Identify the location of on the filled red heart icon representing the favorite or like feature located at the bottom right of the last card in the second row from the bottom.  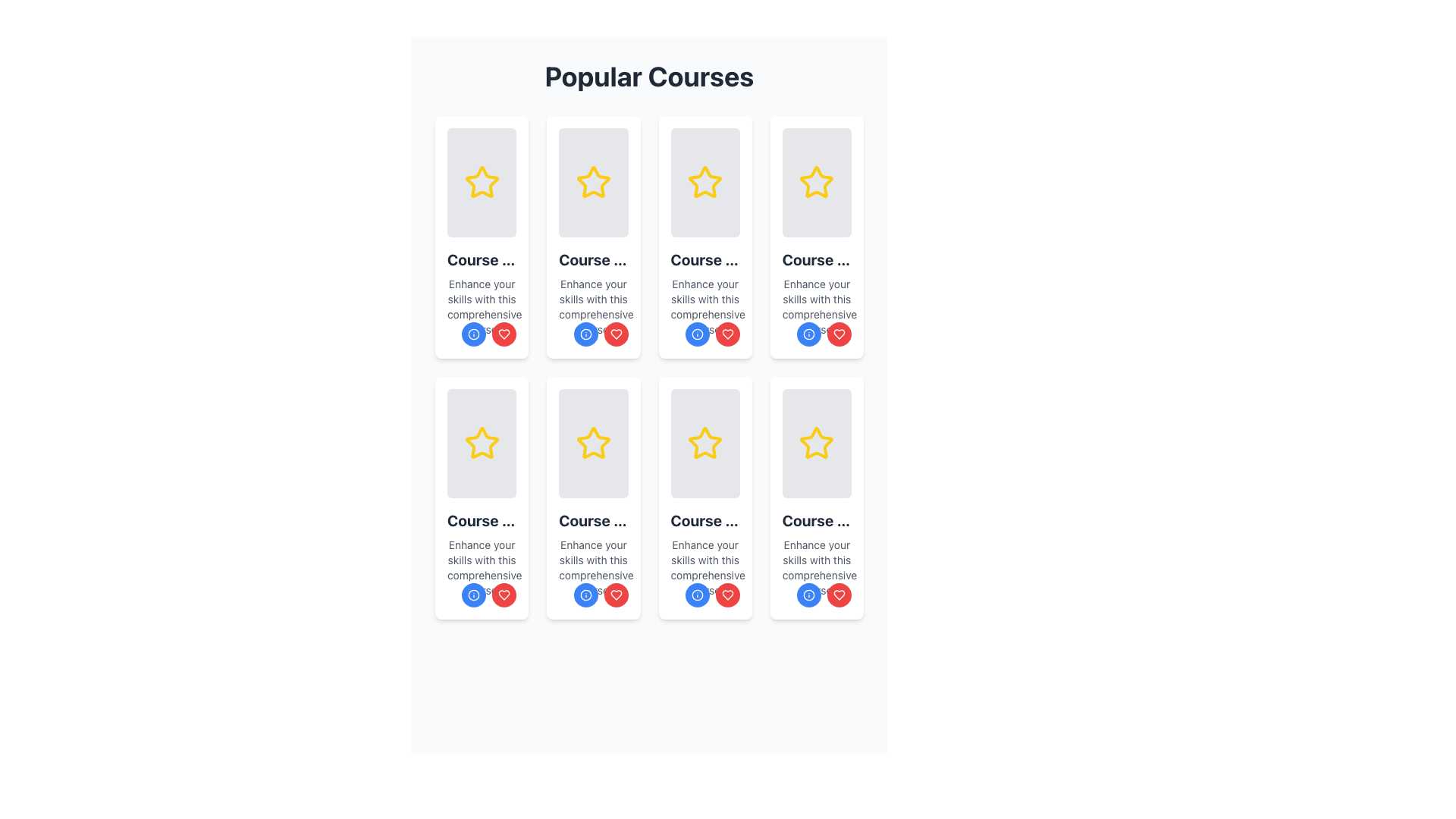
(839, 595).